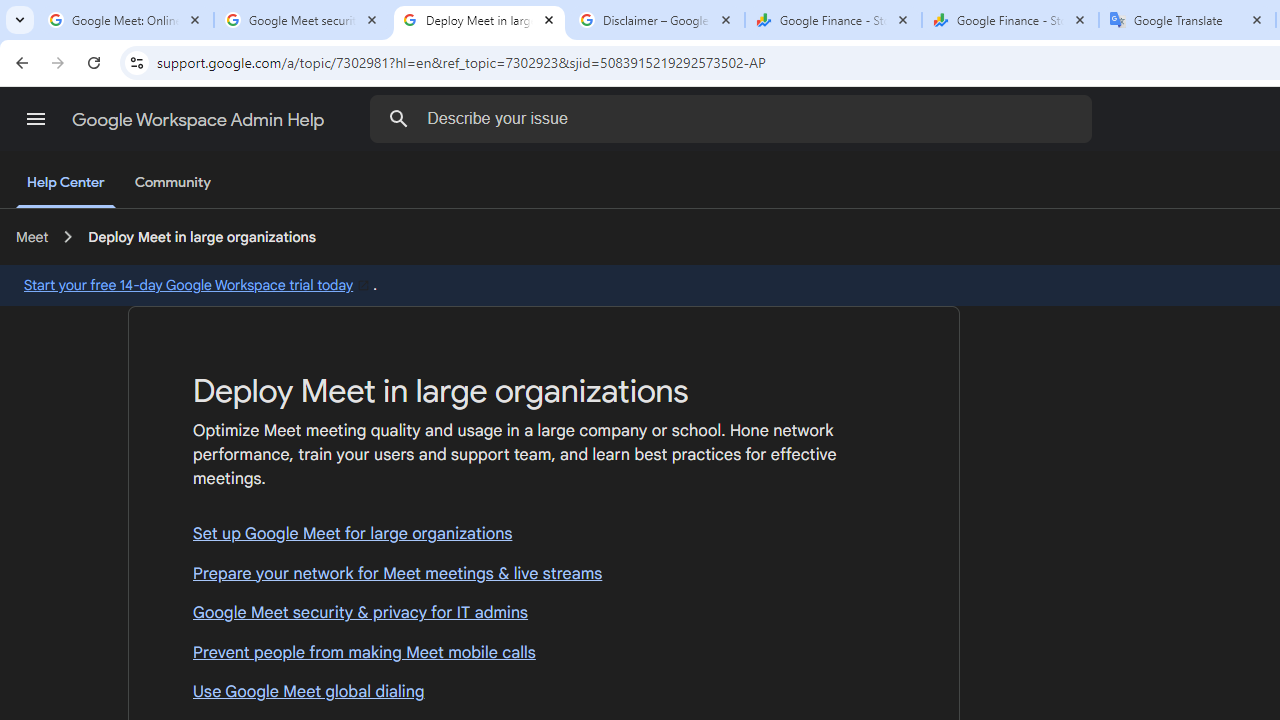 This screenshot has width=1280, height=720. What do you see at coordinates (172, 183) in the screenshot?
I see `'Community'` at bounding box center [172, 183].